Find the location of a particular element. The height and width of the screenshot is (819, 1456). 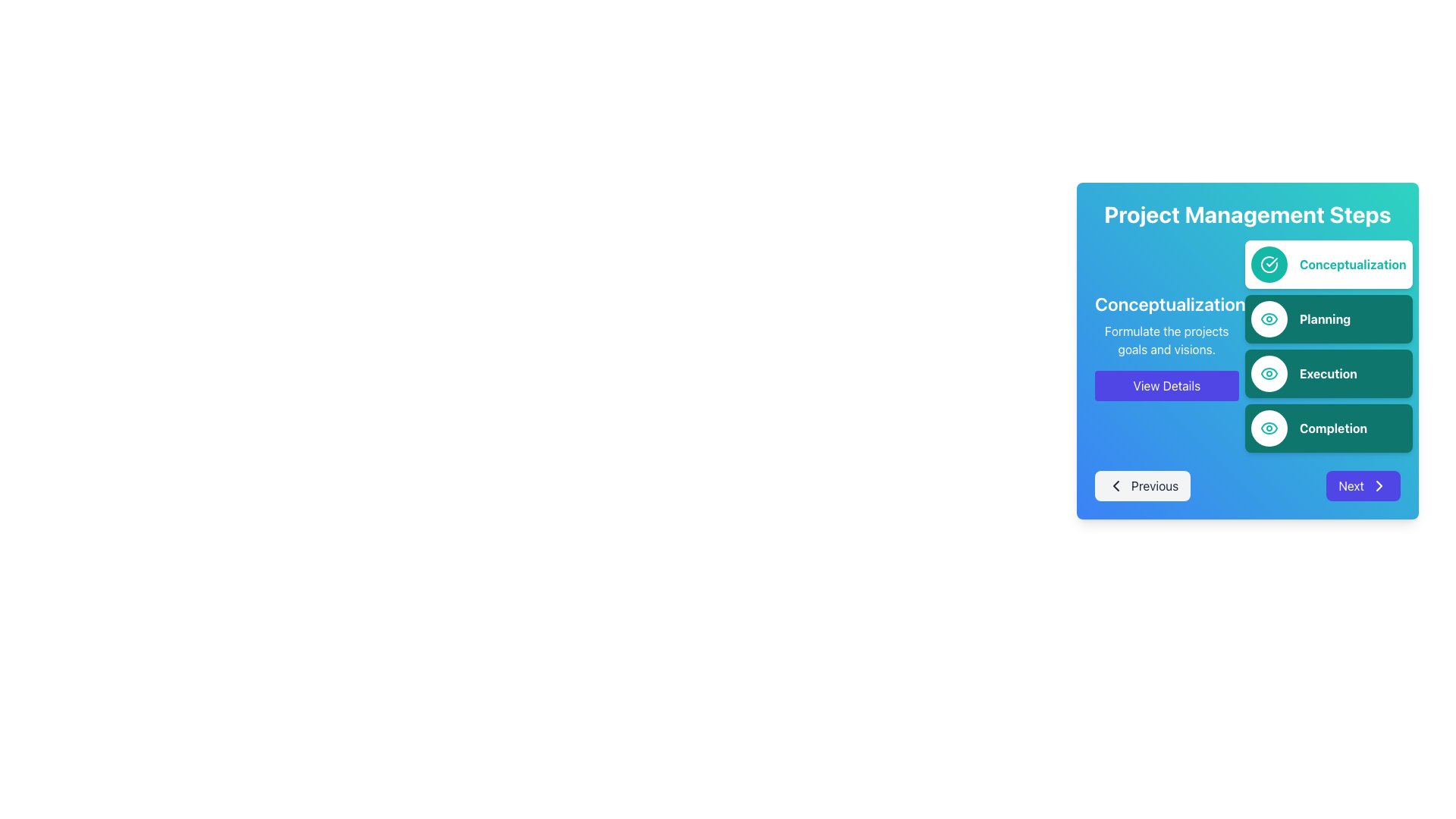

the 'View Details' button with an indigo background and white text, located beneath the text 'Formulate the projects goals and visions.' is located at coordinates (1166, 385).